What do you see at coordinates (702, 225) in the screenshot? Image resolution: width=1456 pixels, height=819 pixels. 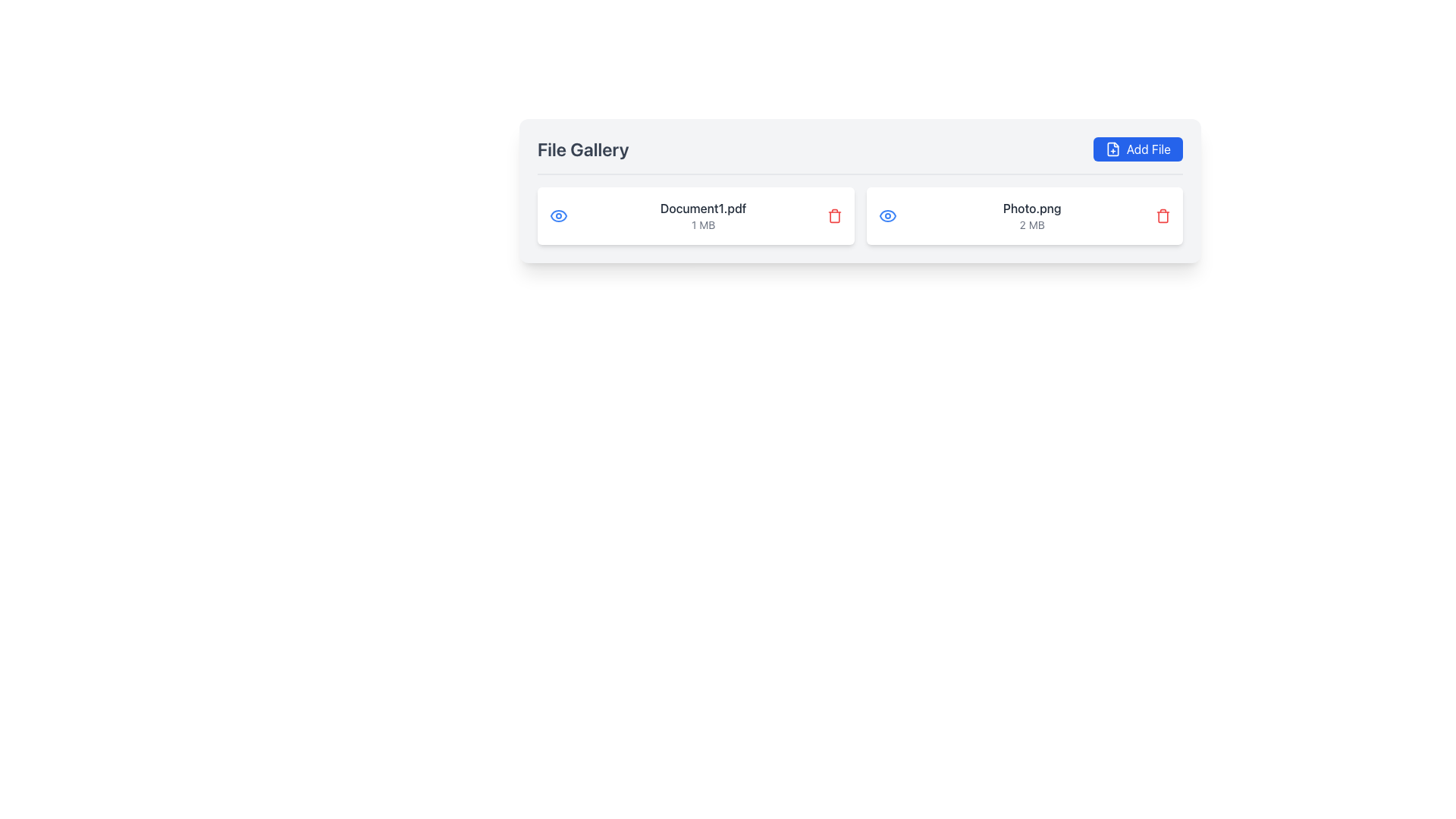 I see `the Text Label indicating the file size of 'Document1.pdf', which is located directly beneath the file name in the left panel of the File Gallery section` at bounding box center [702, 225].